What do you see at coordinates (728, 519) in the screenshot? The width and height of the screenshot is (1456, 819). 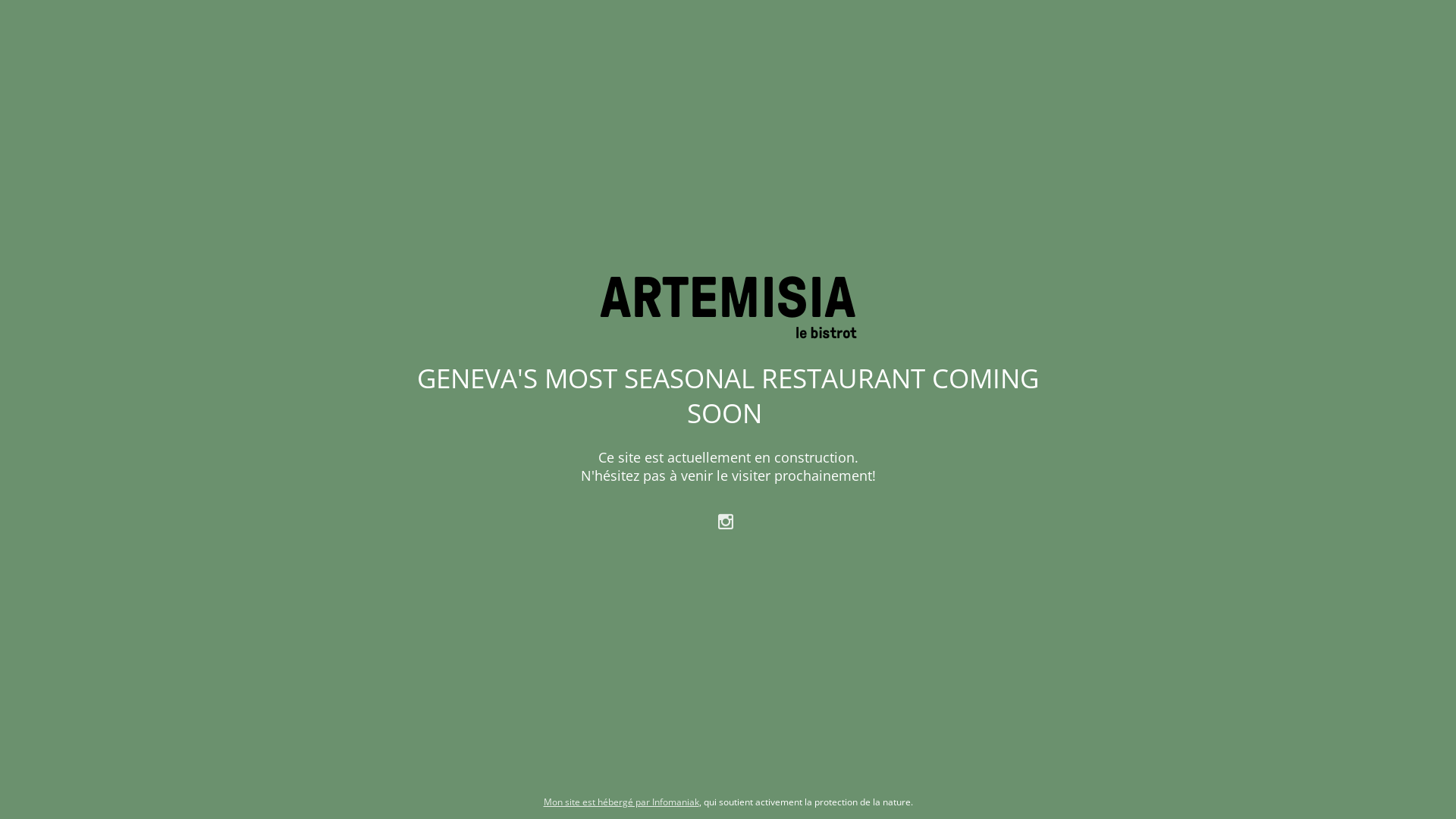 I see `' '` at bounding box center [728, 519].